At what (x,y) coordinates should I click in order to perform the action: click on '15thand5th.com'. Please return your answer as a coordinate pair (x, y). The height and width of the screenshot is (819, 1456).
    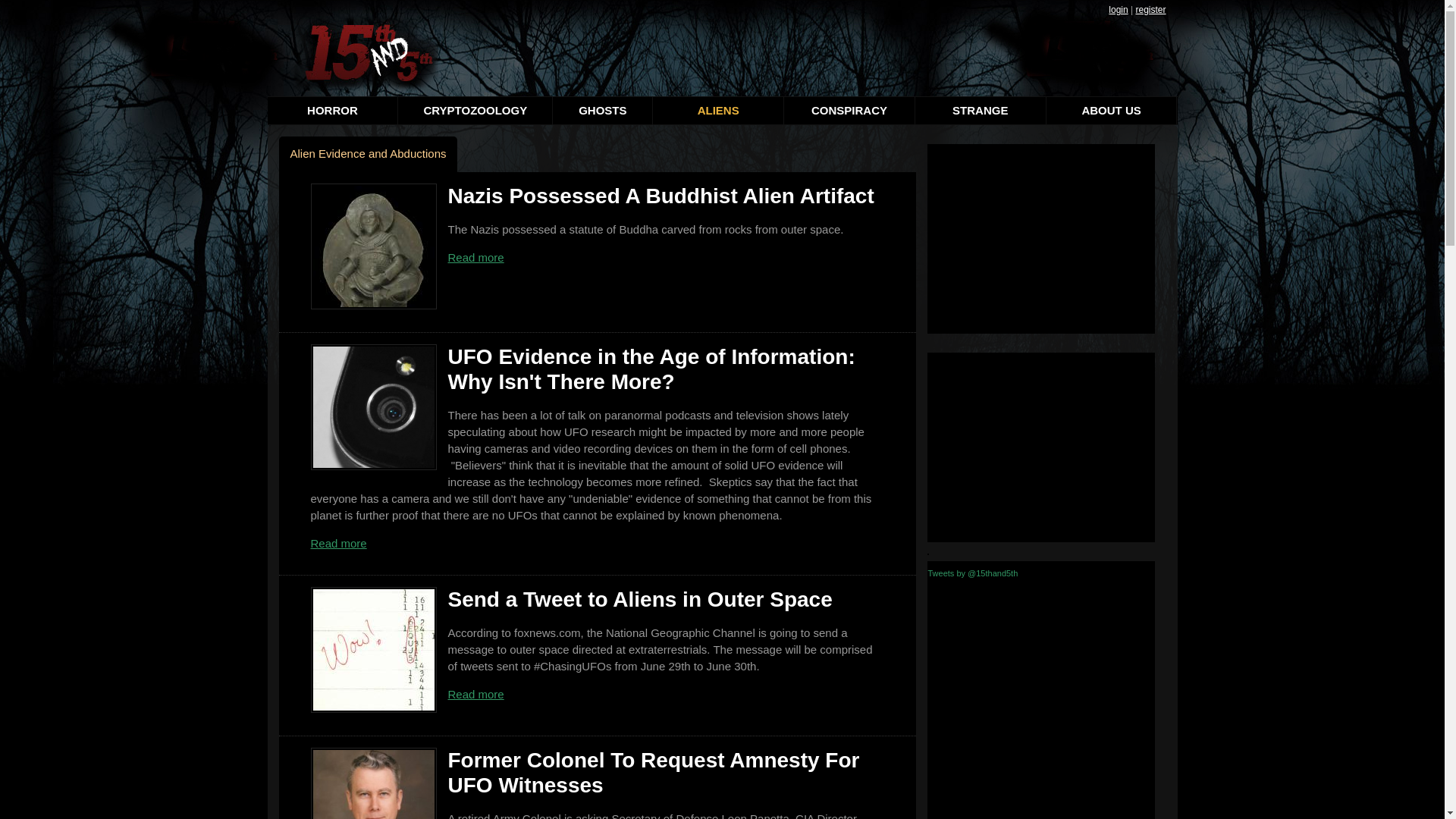
    Looking at the image, I should click on (362, 52).